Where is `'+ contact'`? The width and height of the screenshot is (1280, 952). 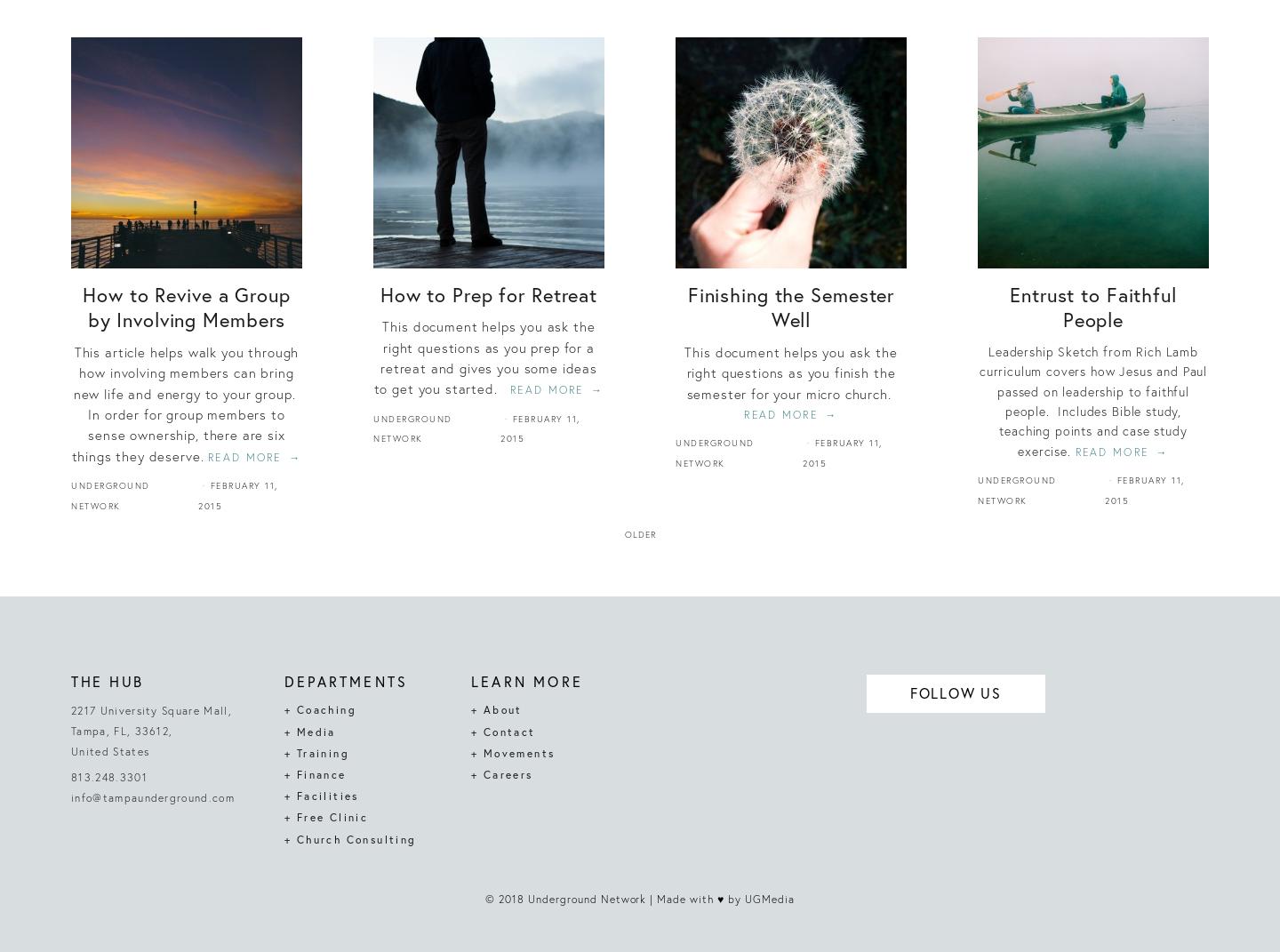 '+ contact' is located at coordinates (503, 730).